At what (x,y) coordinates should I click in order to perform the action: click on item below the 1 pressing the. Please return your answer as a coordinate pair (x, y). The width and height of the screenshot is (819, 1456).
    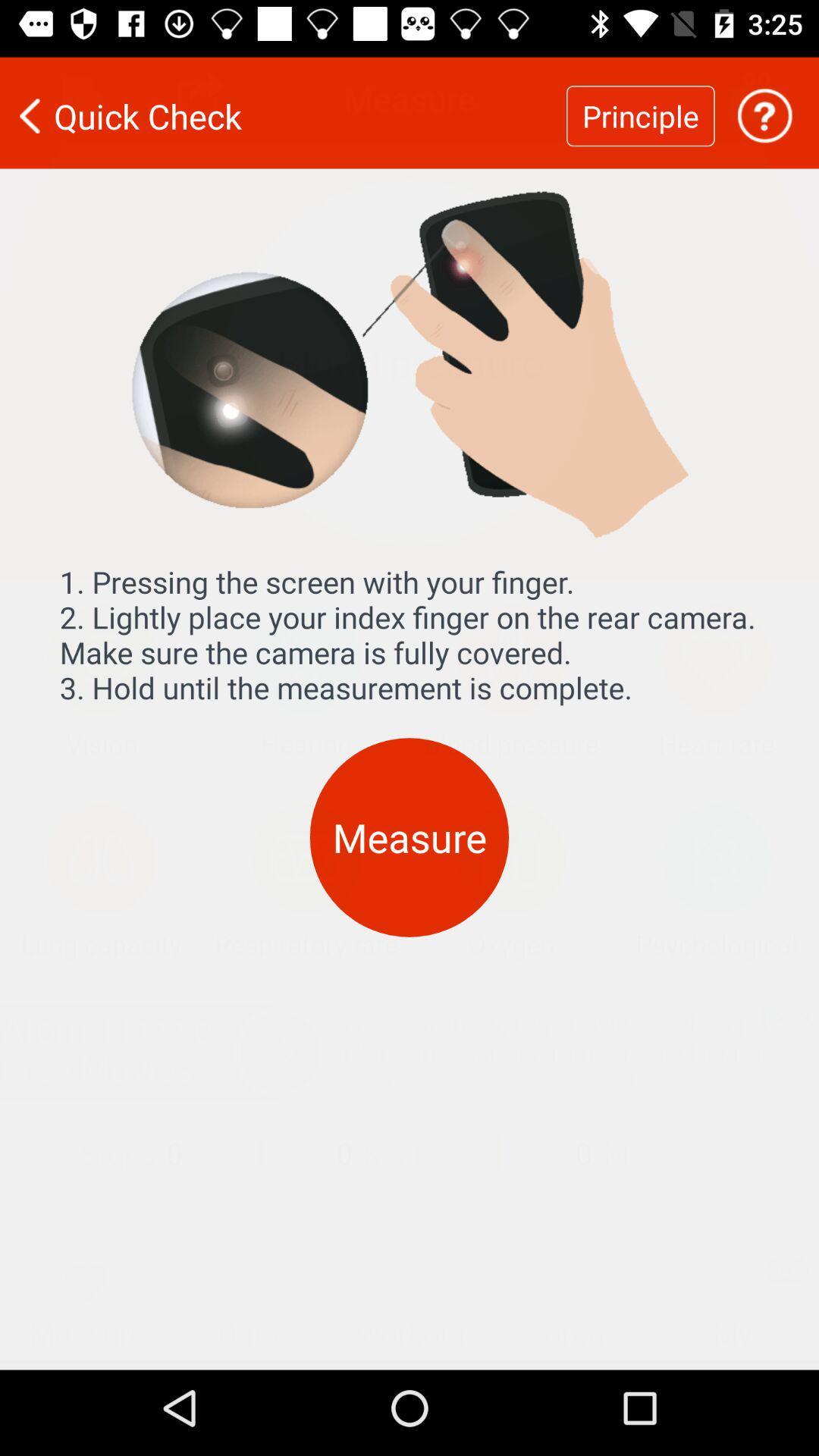
    Looking at the image, I should click on (409, 827).